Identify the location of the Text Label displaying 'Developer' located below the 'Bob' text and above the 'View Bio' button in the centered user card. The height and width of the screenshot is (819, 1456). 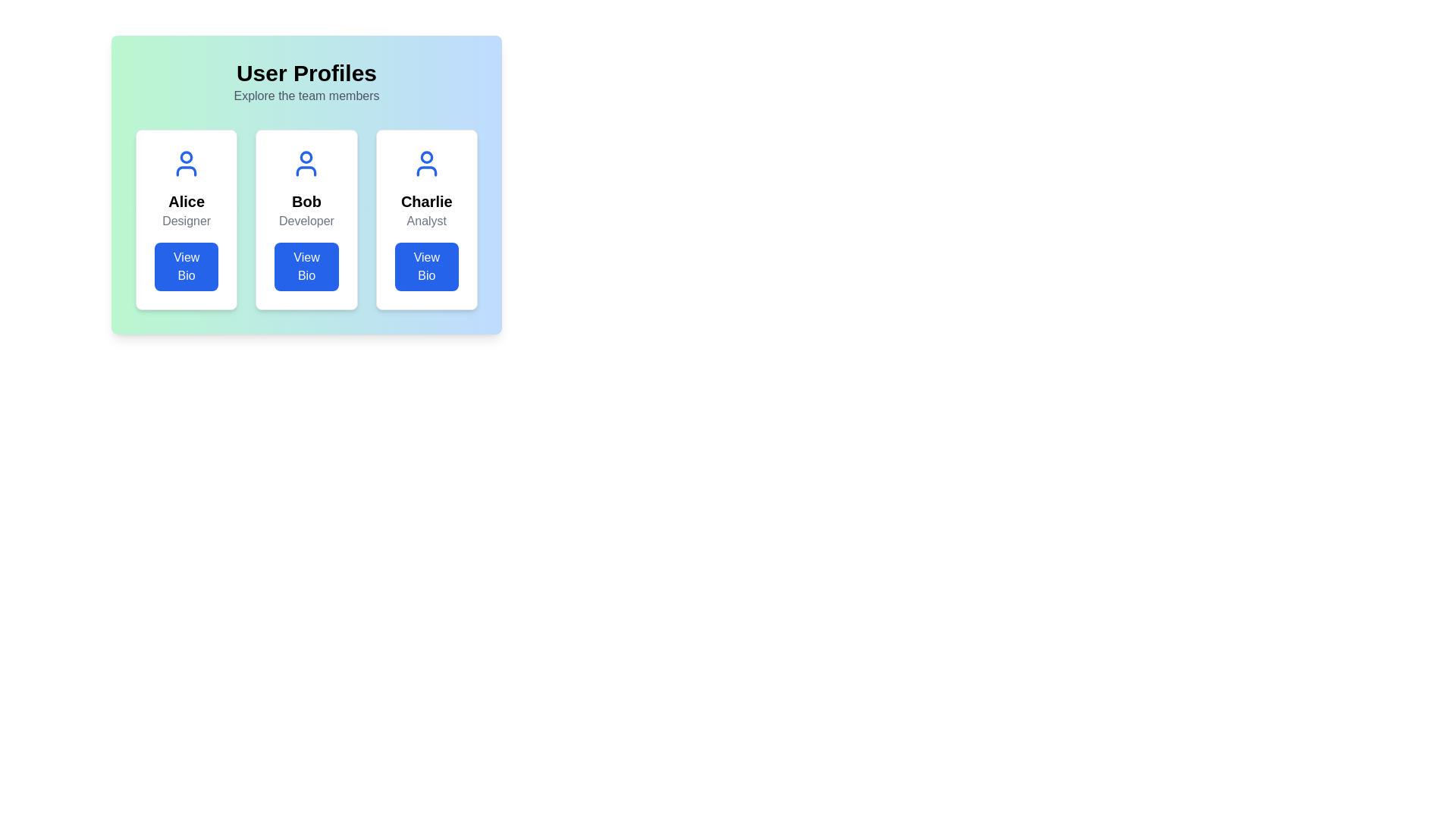
(306, 221).